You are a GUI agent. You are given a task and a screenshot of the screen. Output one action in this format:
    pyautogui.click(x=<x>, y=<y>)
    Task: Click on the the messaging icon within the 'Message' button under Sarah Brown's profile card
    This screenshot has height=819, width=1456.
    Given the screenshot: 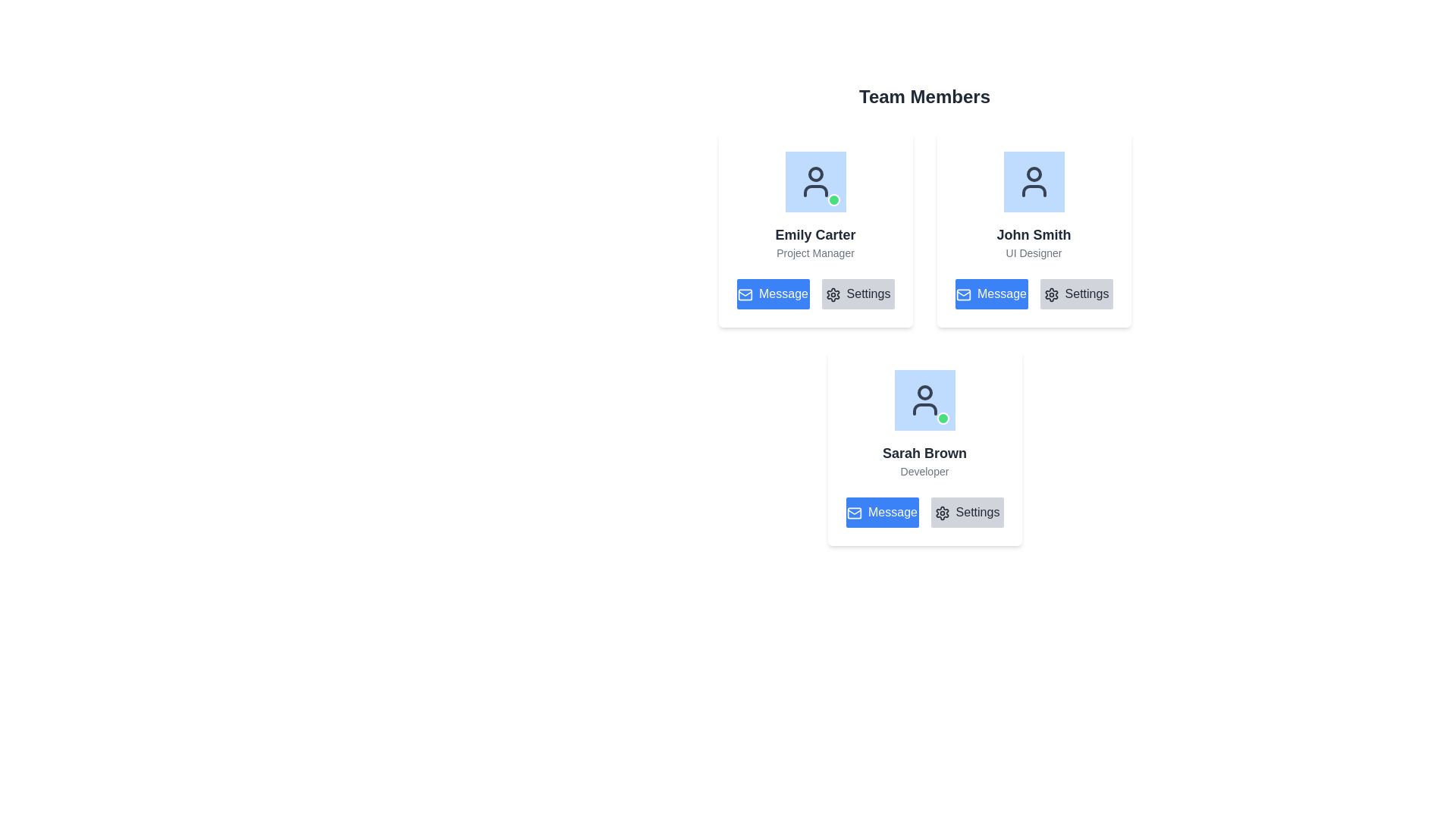 What is the action you would take?
    pyautogui.click(x=855, y=512)
    